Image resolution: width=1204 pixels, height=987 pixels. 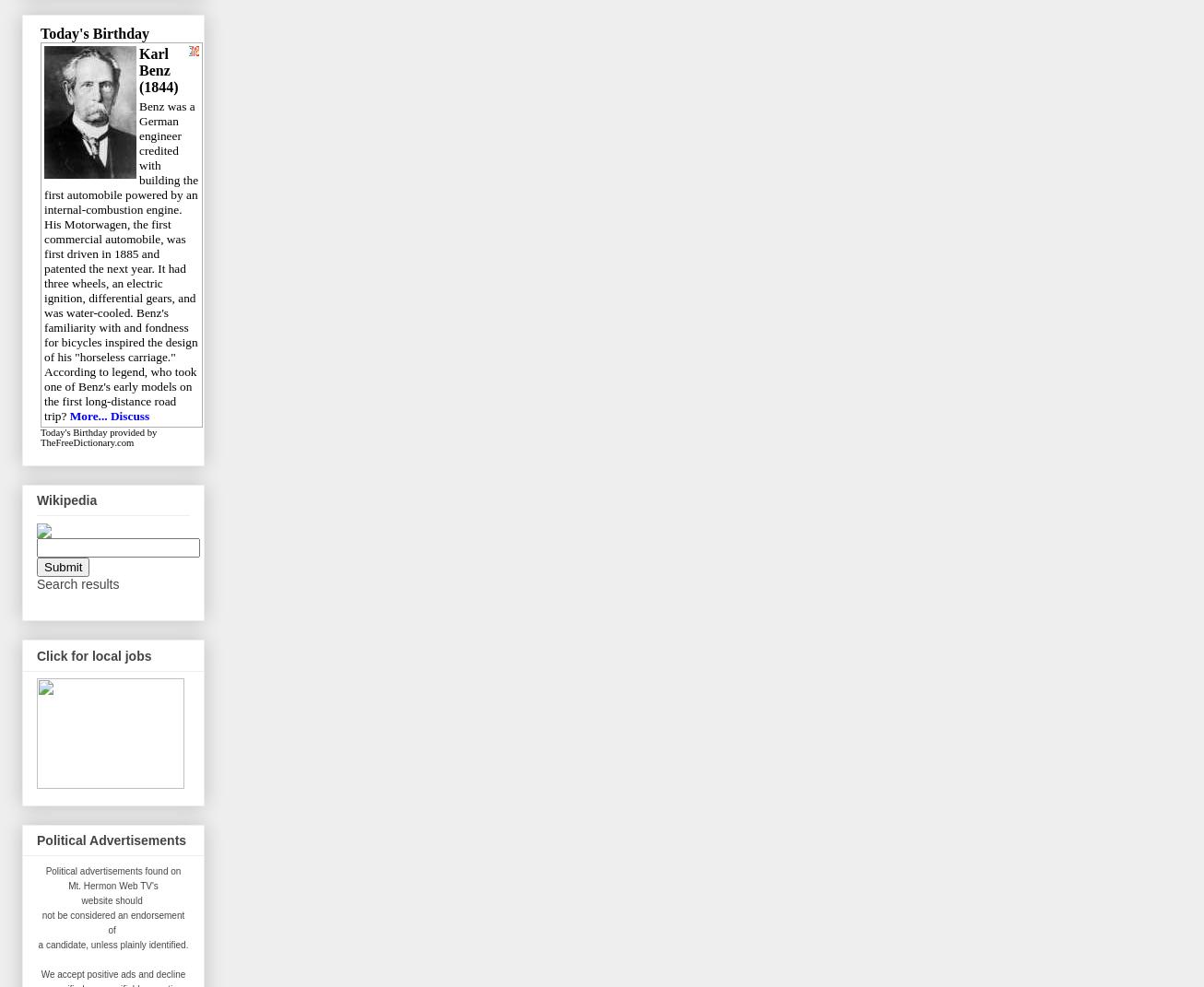 What do you see at coordinates (86, 441) in the screenshot?
I see `'TheFreeDictionary.com'` at bounding box center [86, 441].